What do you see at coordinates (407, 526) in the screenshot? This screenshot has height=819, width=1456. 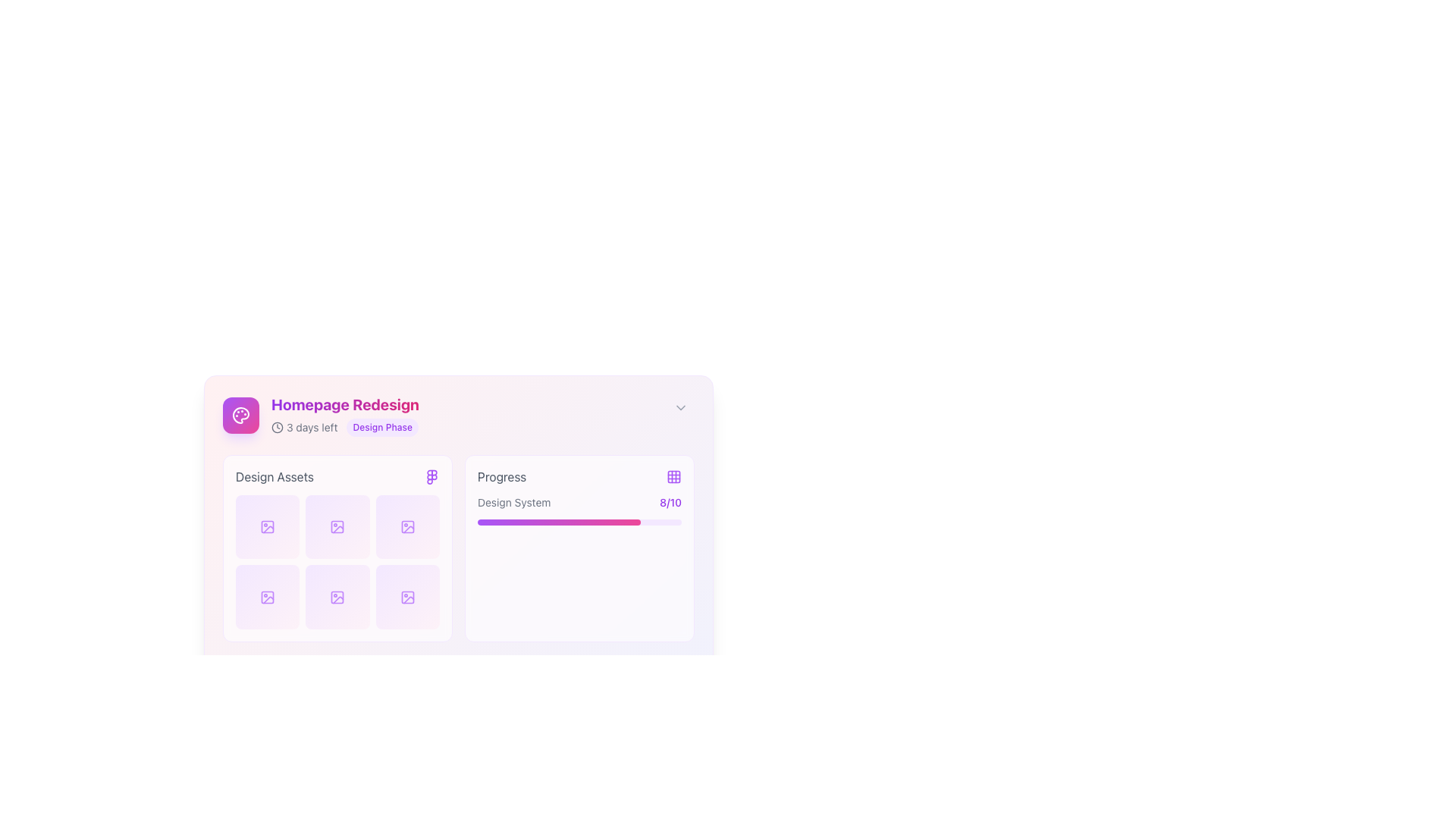 I see `the small square icon with a color gradient background transitioning between light purple and pink shades, featuring a rectangular border and an embedded purple picture frame symbol, located` at bounding box center [407, 526].